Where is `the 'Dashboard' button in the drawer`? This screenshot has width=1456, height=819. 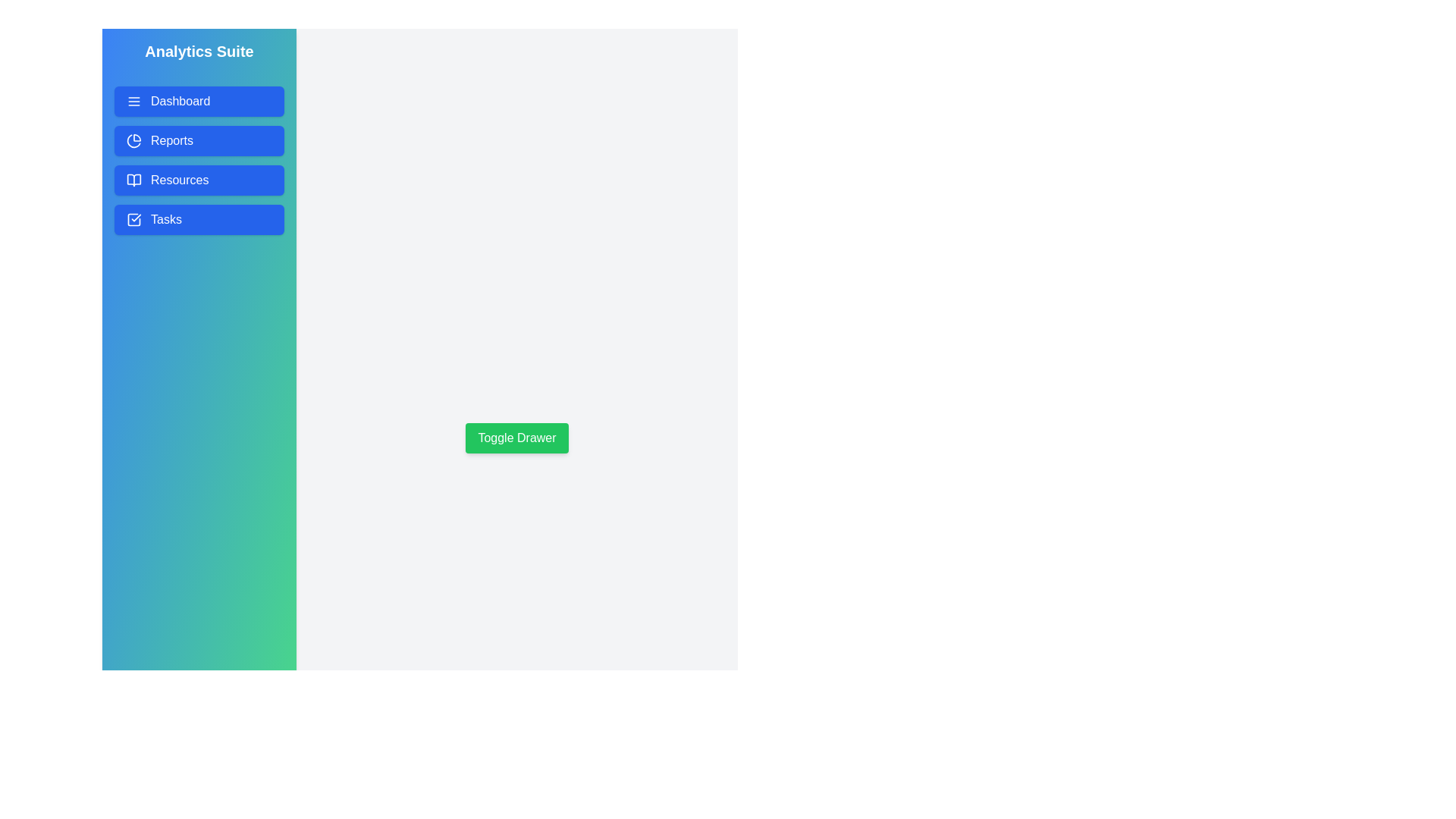 the 'Dashboard' button in the drawer is located at coordinates (199, 102).